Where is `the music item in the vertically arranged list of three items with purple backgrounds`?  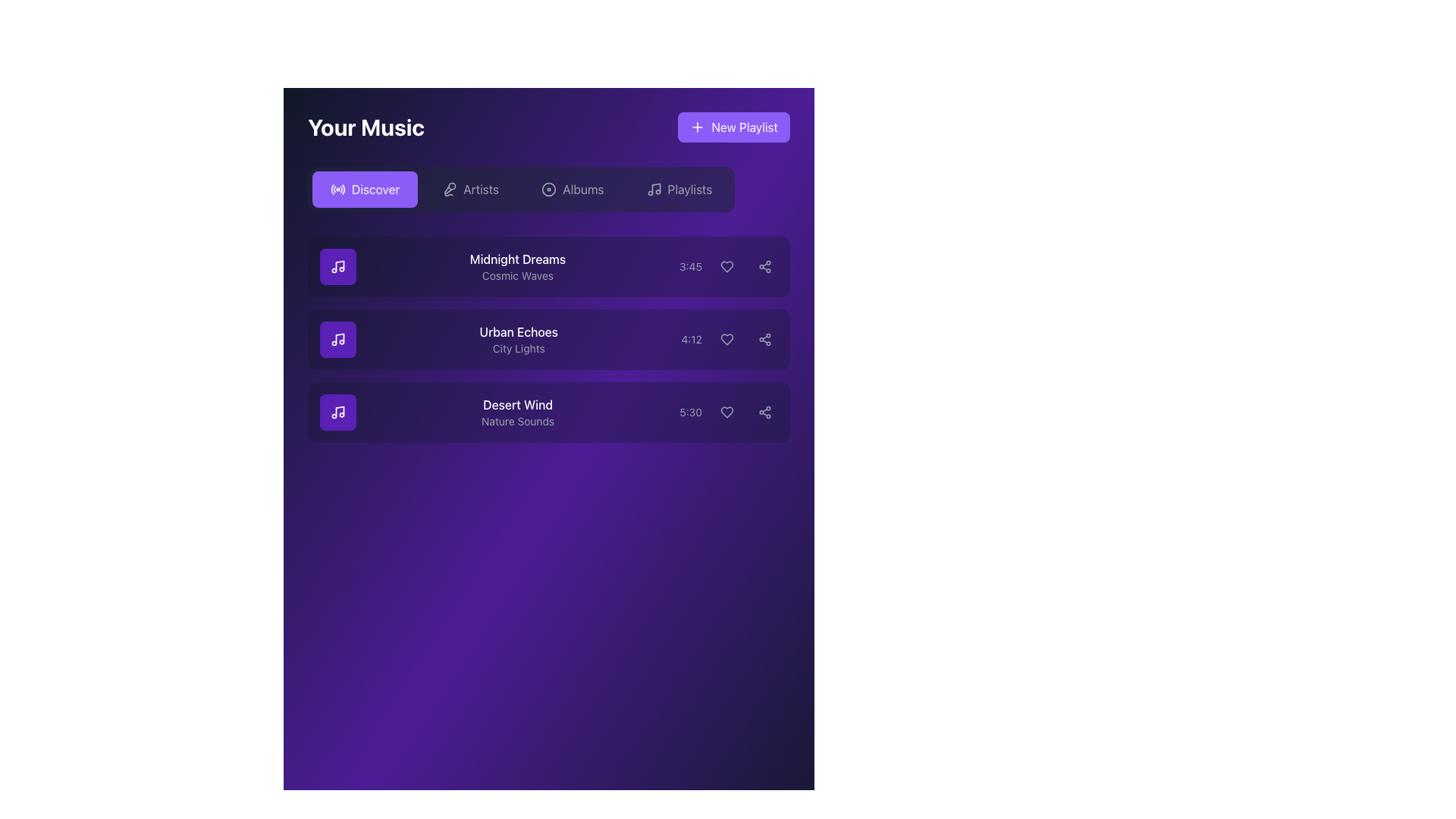 the music item in the vertically arranged list of three items with purple backgrounds is located at coordinates (548, 278).